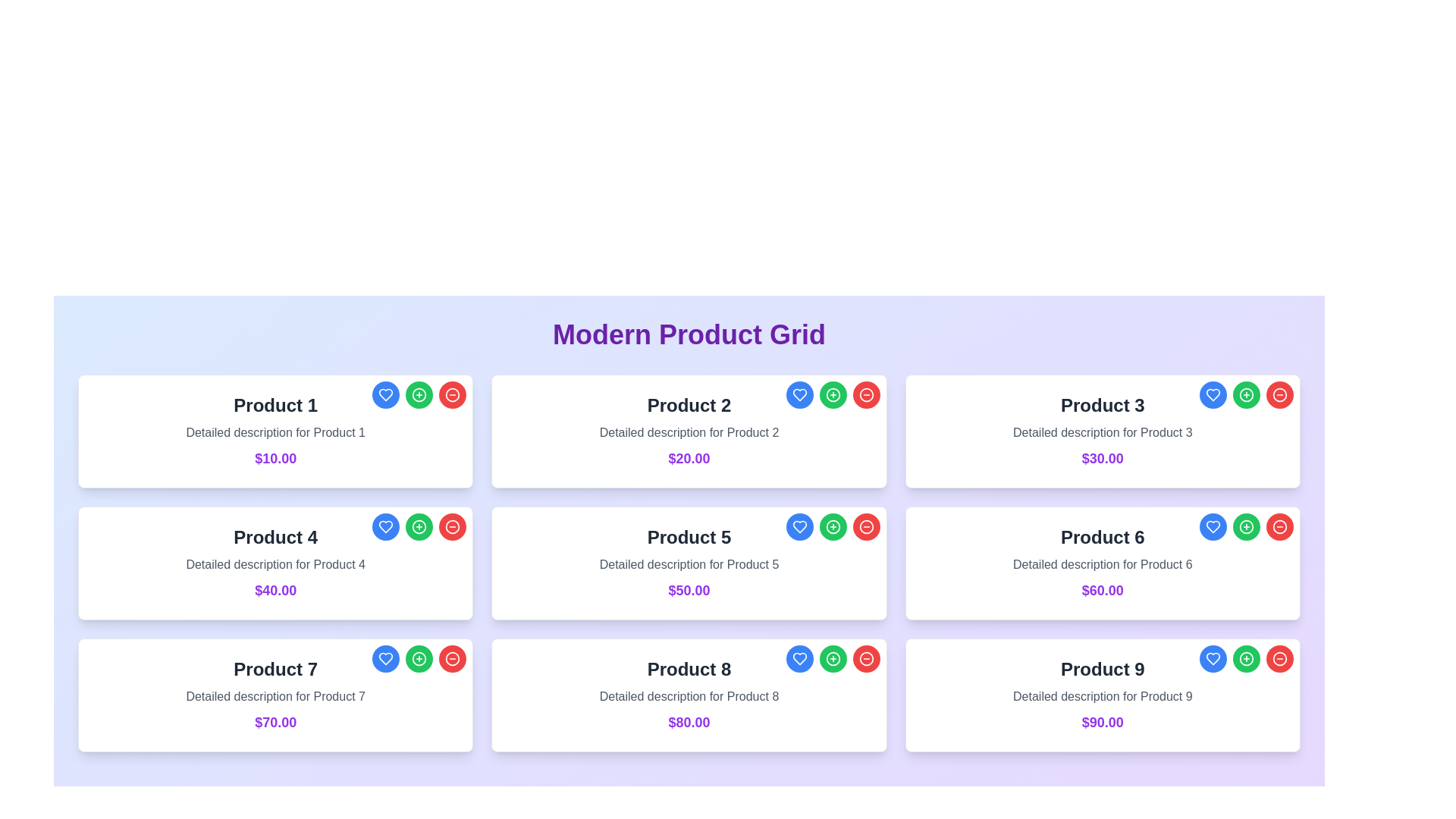 Image resolution: width=1456 pixels, height=819 pixels. I want to click on the heart-shaped icon in the top-right corner of the 'Product 8' card, so click(799, 657).